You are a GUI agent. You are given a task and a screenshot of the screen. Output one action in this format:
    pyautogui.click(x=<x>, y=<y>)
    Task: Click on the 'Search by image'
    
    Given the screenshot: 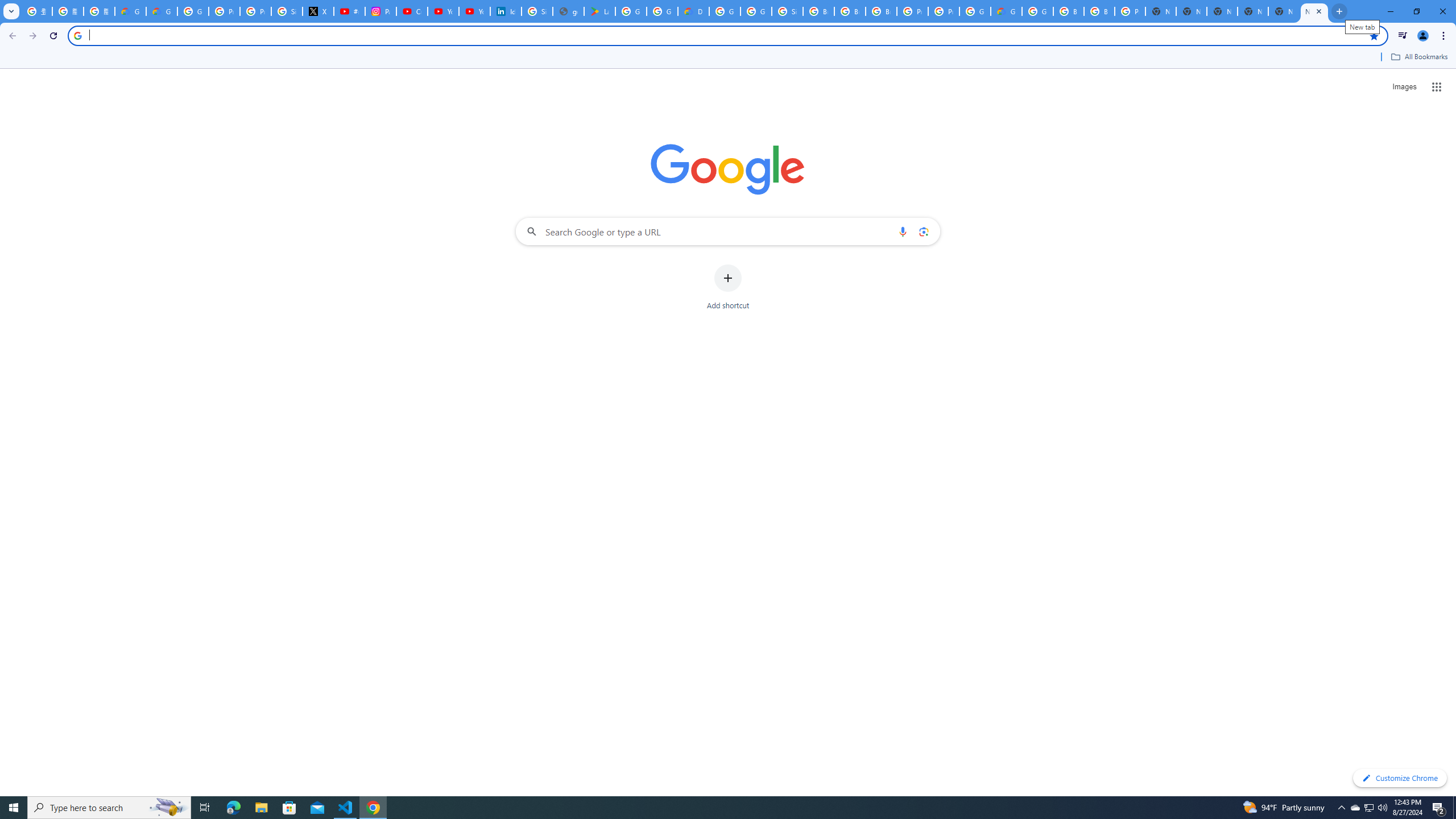 What is the action you would take?
    pyautogui.click(x=923, y=230)
    